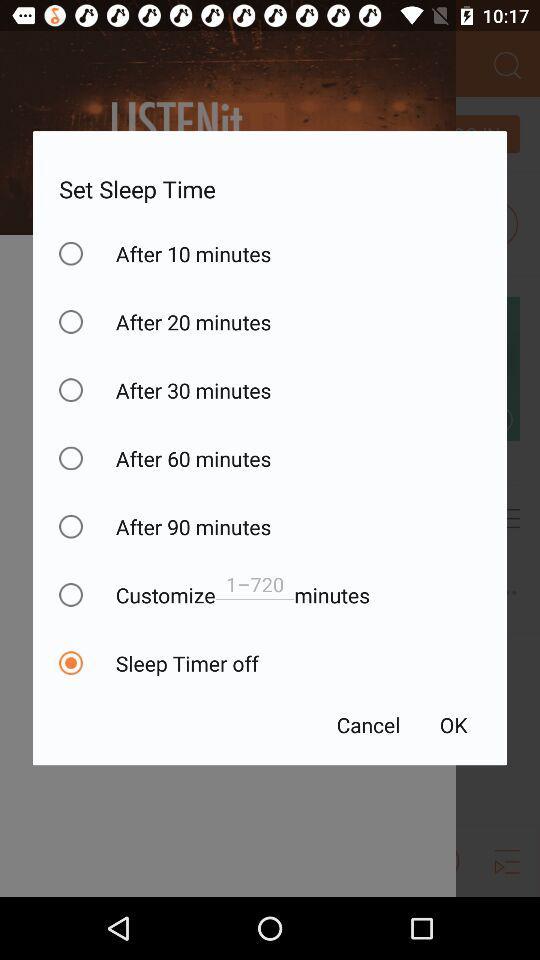 The height and width of the screenshot is (960, 540). I want to click on the notifications icon, so click(441, 921).